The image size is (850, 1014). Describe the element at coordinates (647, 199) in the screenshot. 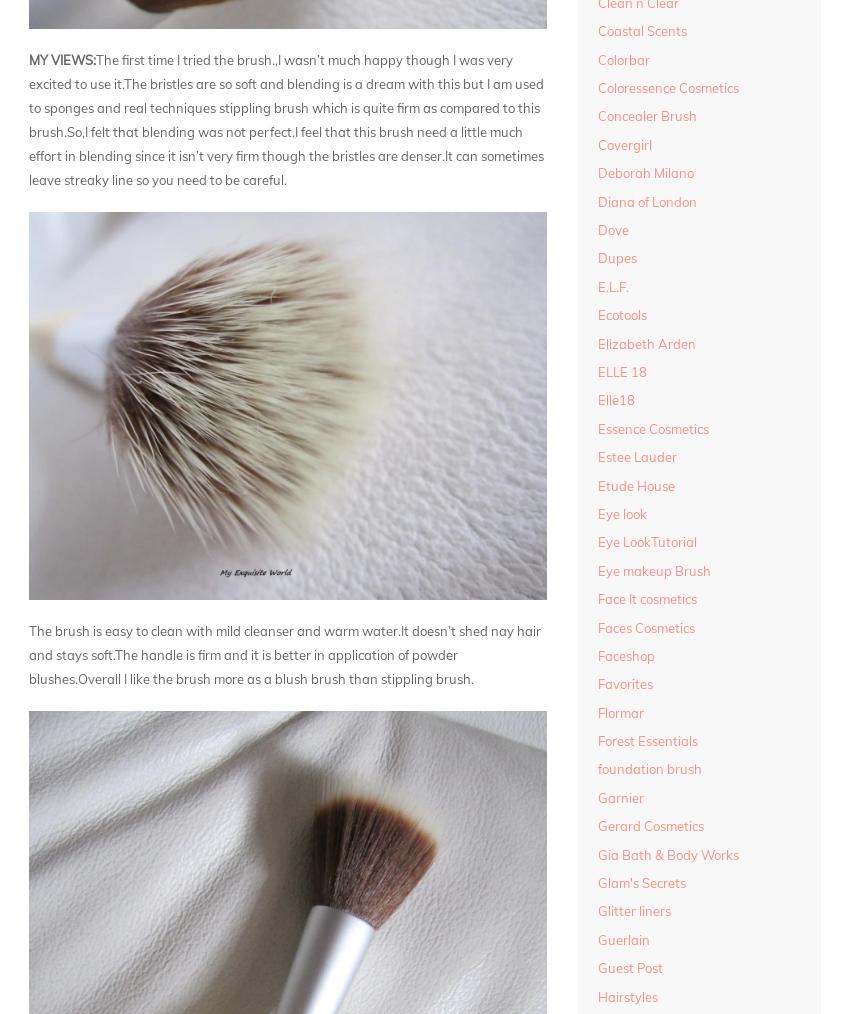

I see `'Diana of London'` at that location.